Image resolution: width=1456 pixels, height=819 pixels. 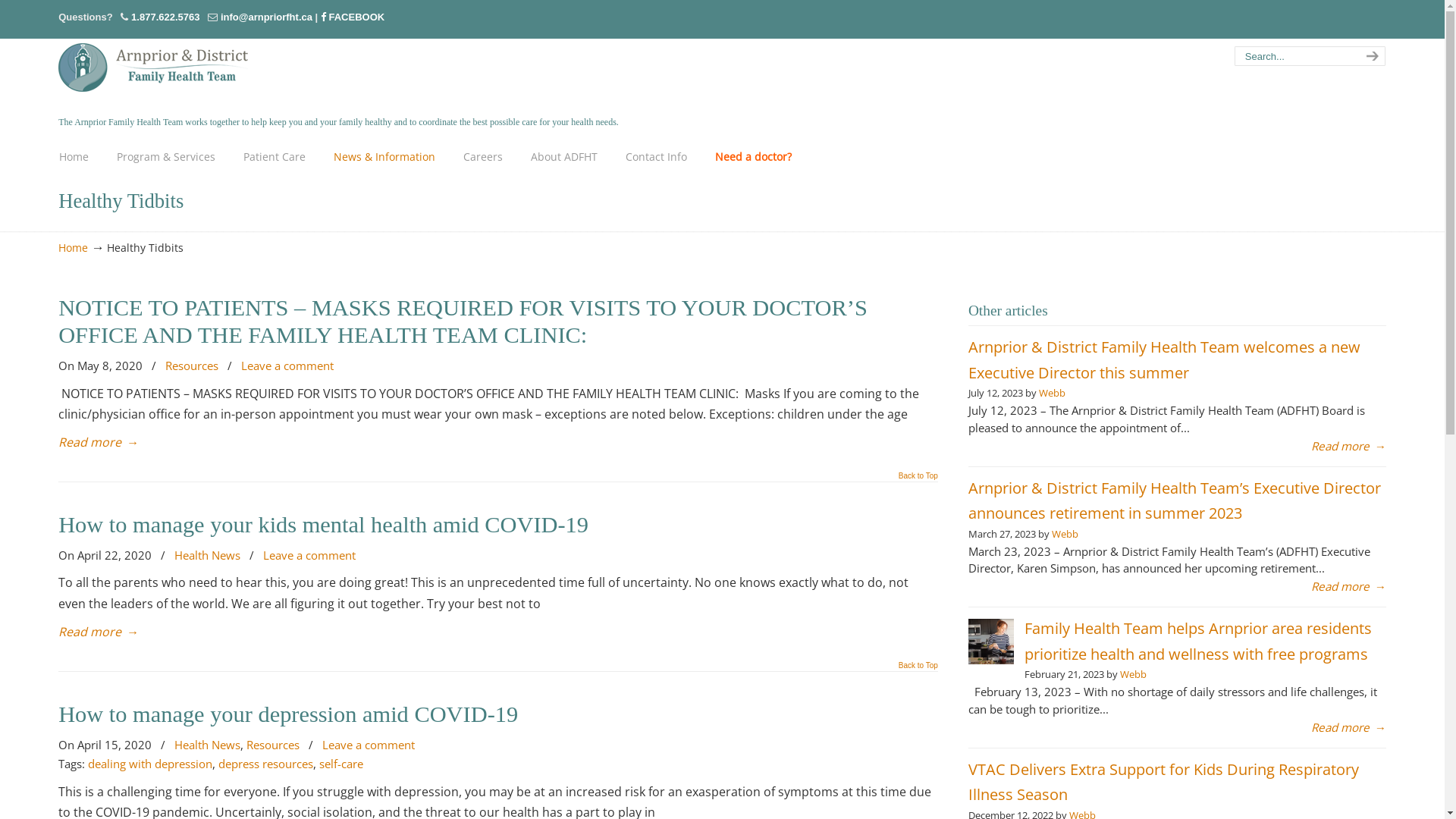 What do you see at coordinates (1370, 55) in the screenshot?
I see `'search'` at bounding box center [1370, 55].